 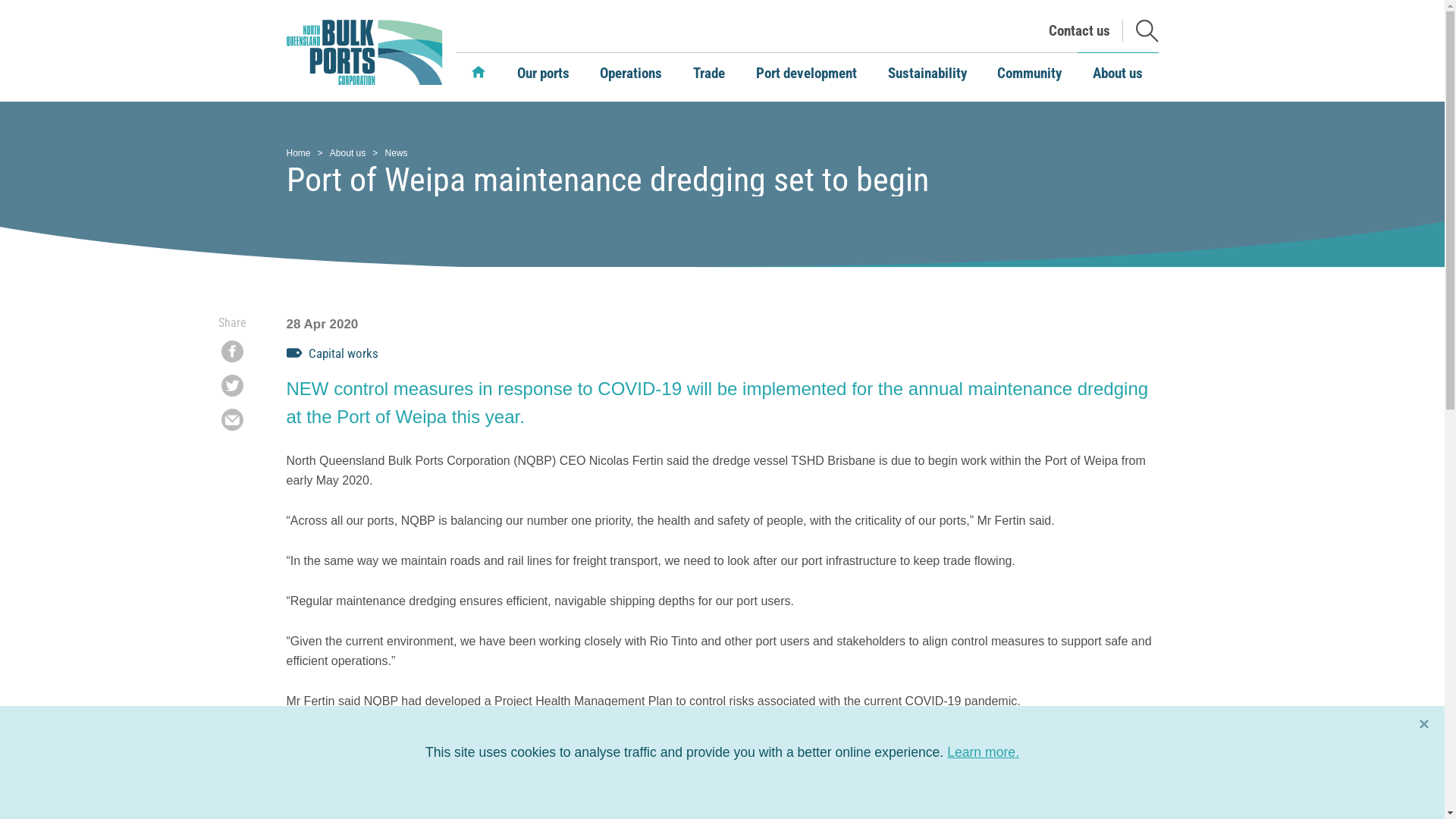 What do you see at coordinates (946, 752) in the screenshot?
I see `'Learn more.'` at bounding box center [946, 752].